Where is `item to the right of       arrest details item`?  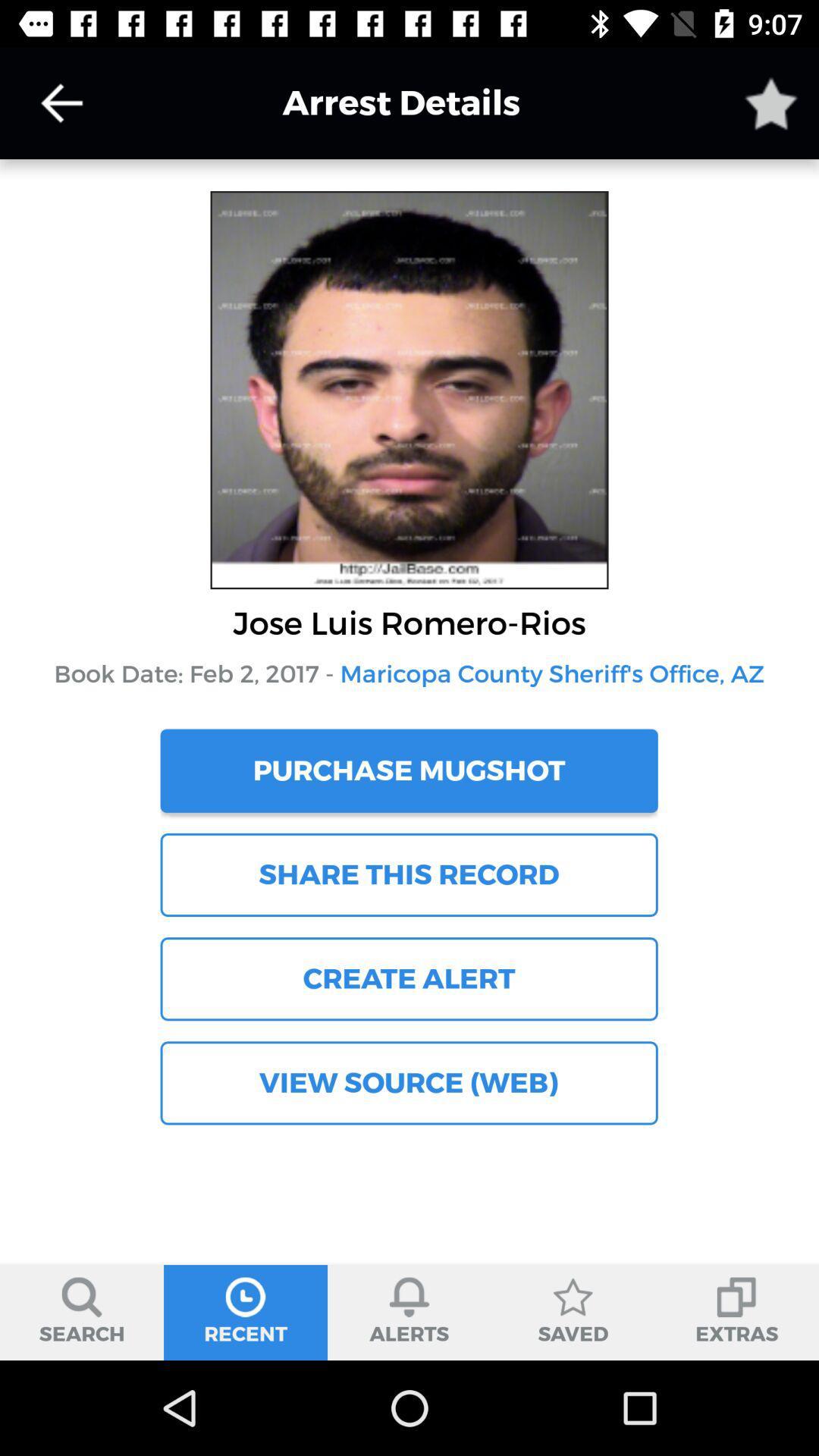 item to the right of       arrest details item is located at coordinates (771, 102).